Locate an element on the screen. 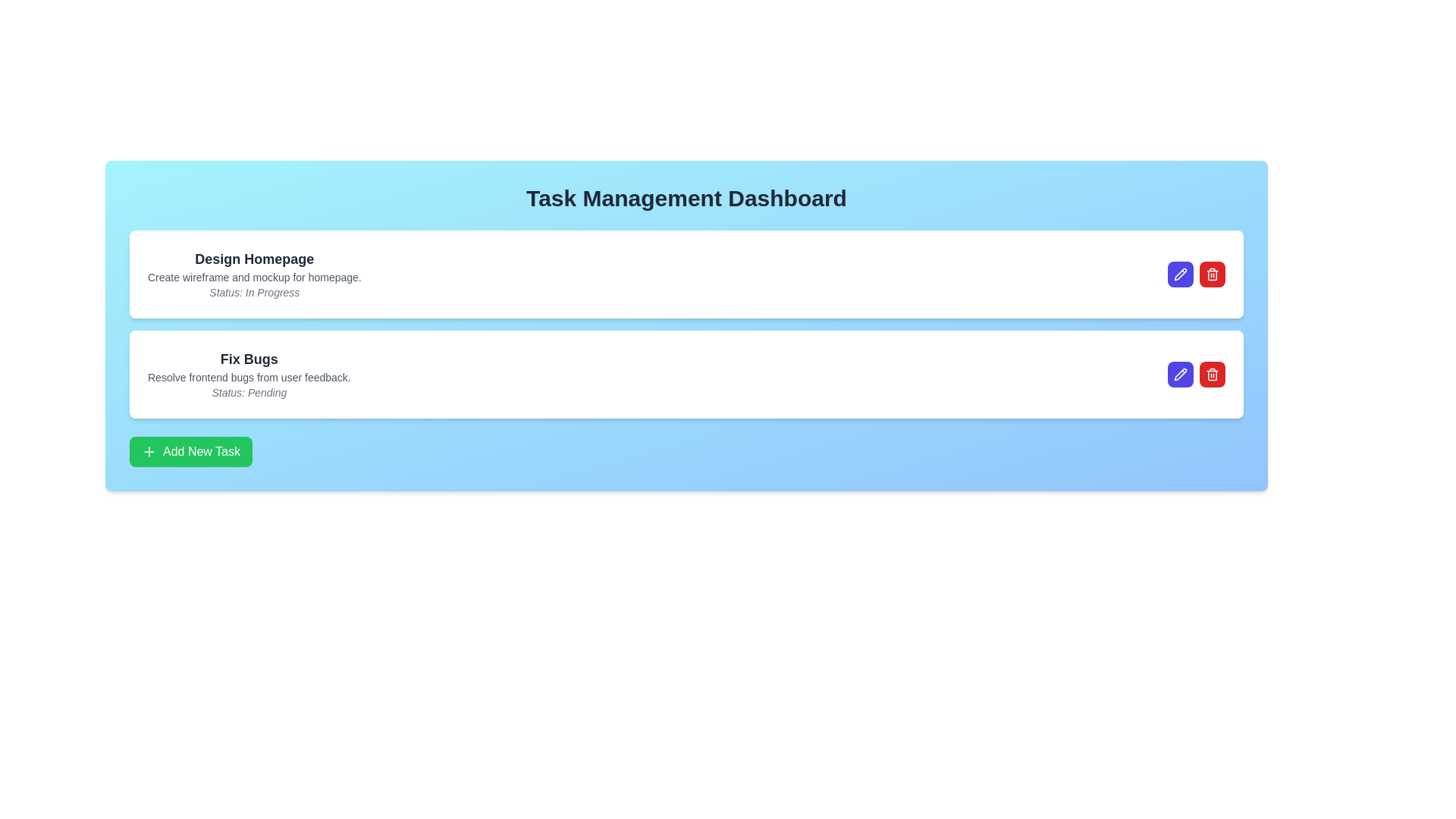  the first task in the task list, which displays the task's title, description, and current status is located at coordinates (254, 275).